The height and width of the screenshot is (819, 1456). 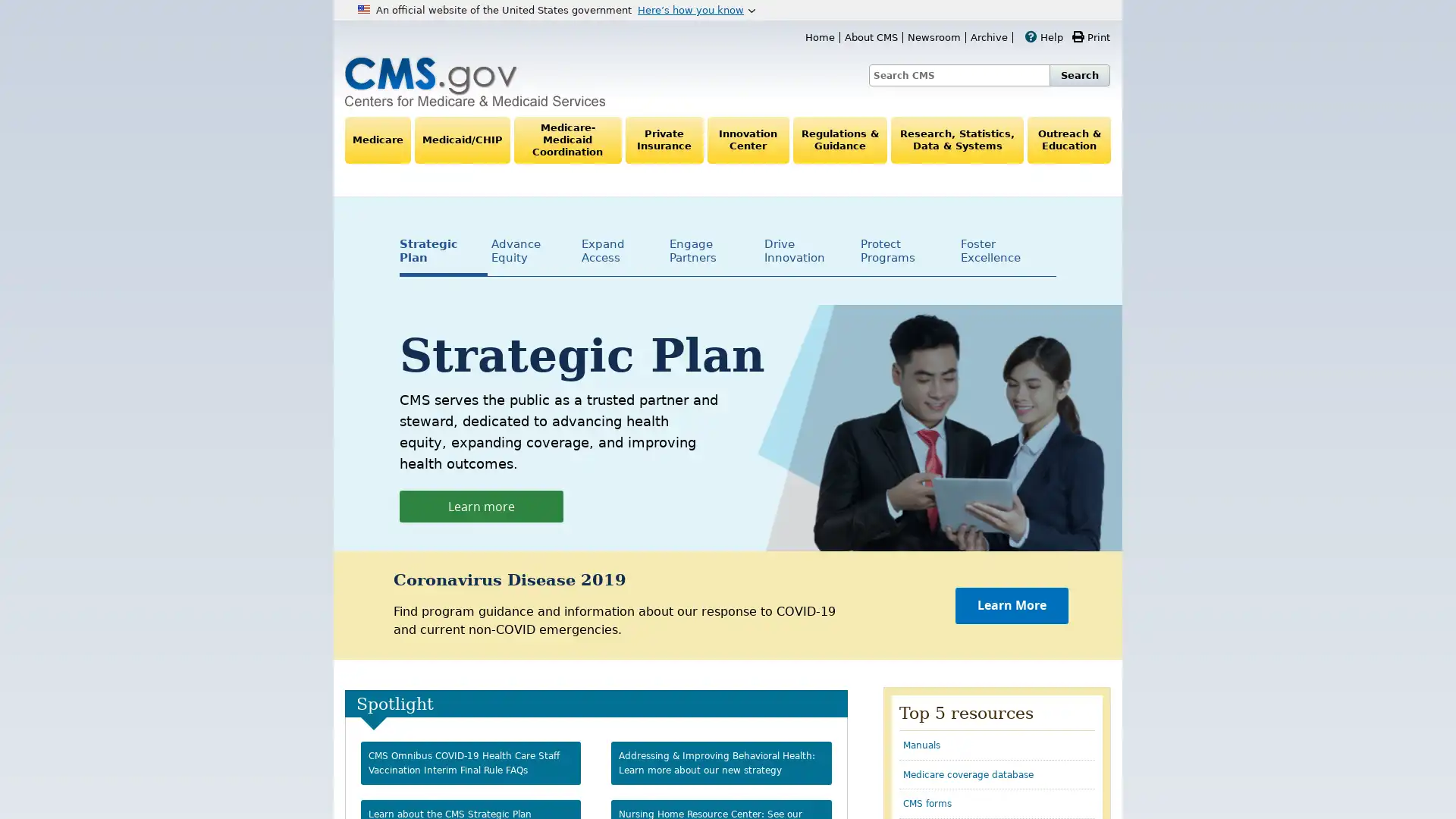 What do you see at coordinates (1079, 75) in the screenshot?
I see `Search` at bounding box center [1079, 75].